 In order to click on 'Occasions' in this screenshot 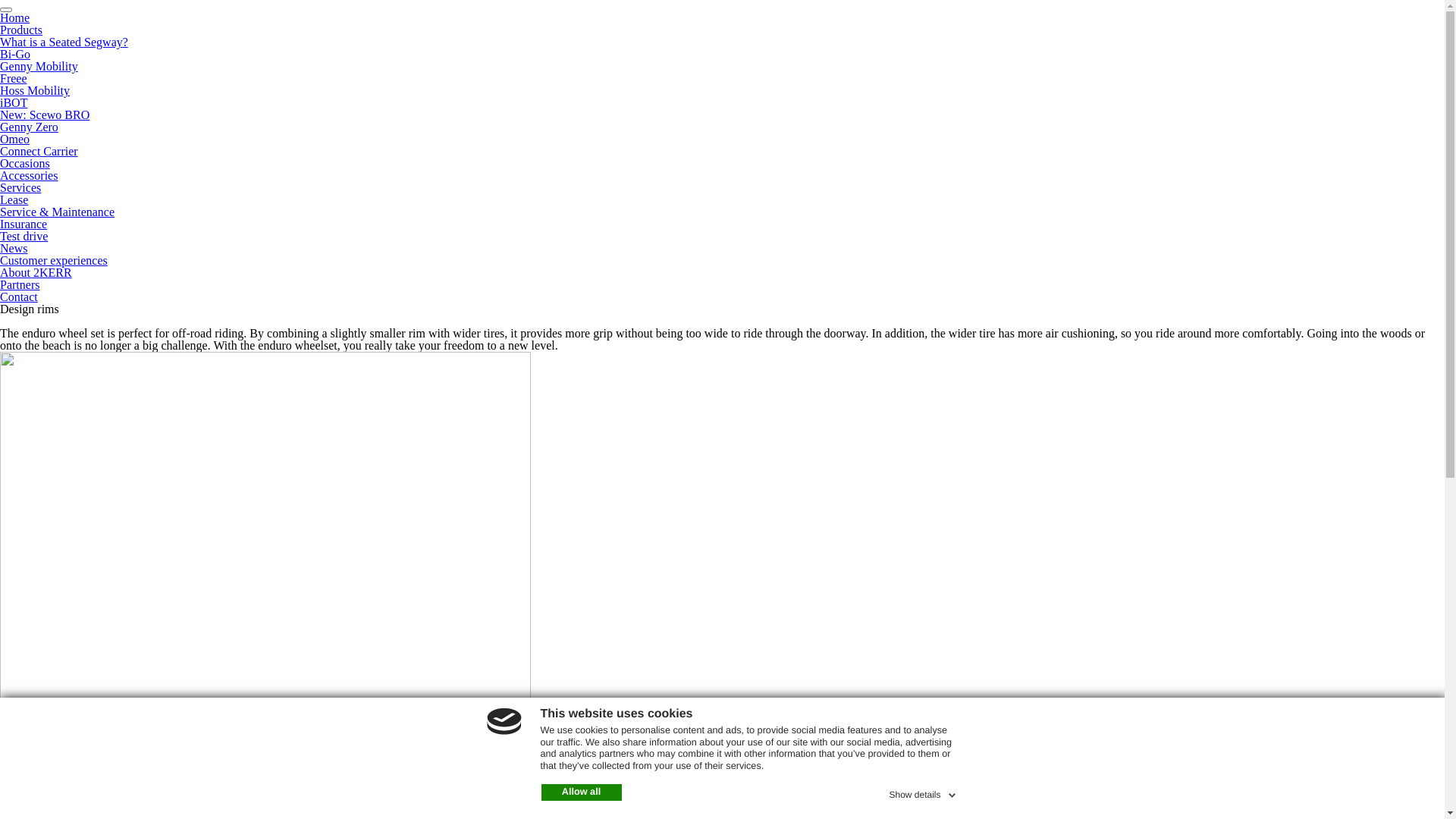, I will do `click(0, 163)`.